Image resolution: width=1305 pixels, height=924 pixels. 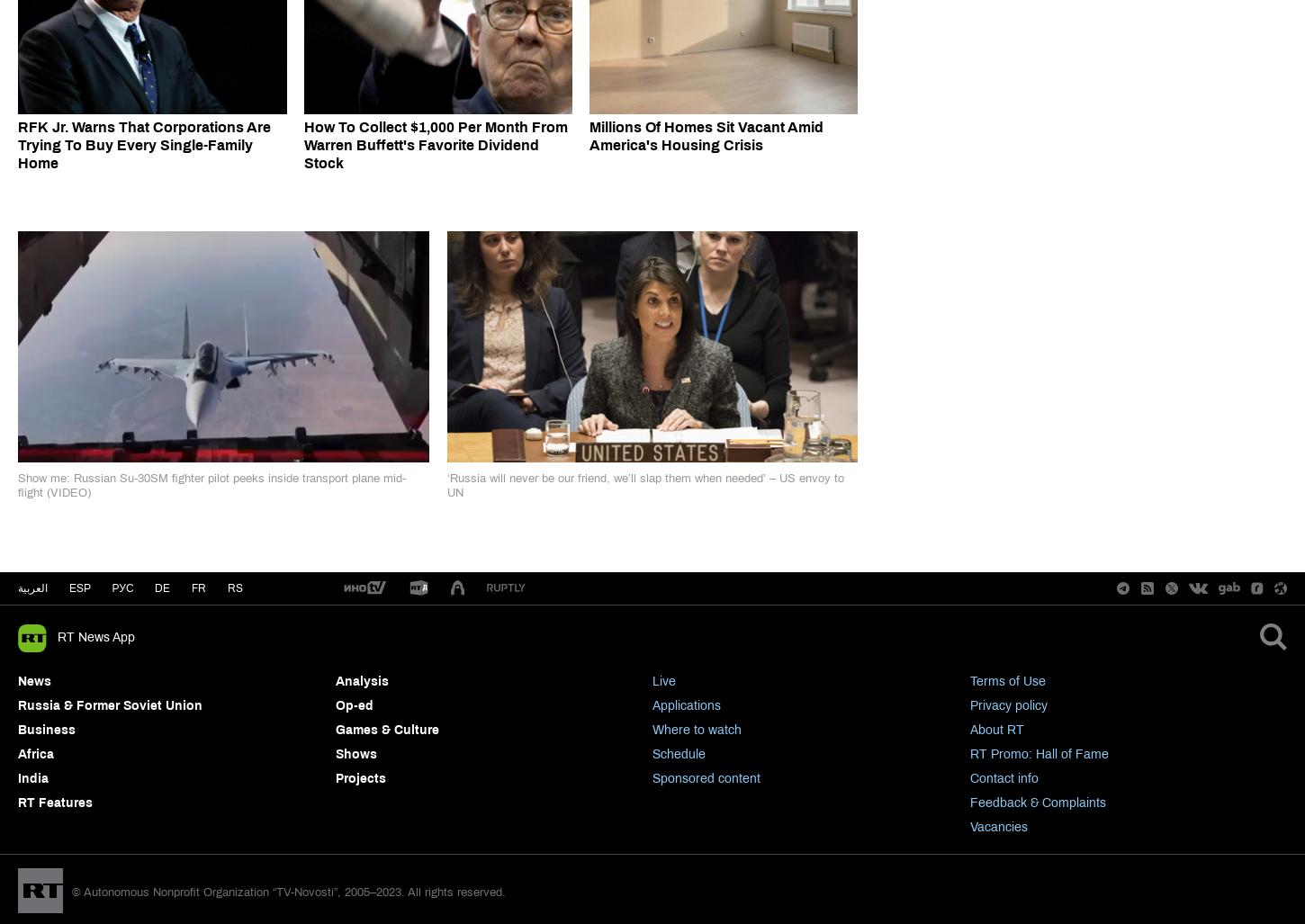 I want to click on 'Business', so click(x=47, y=730).